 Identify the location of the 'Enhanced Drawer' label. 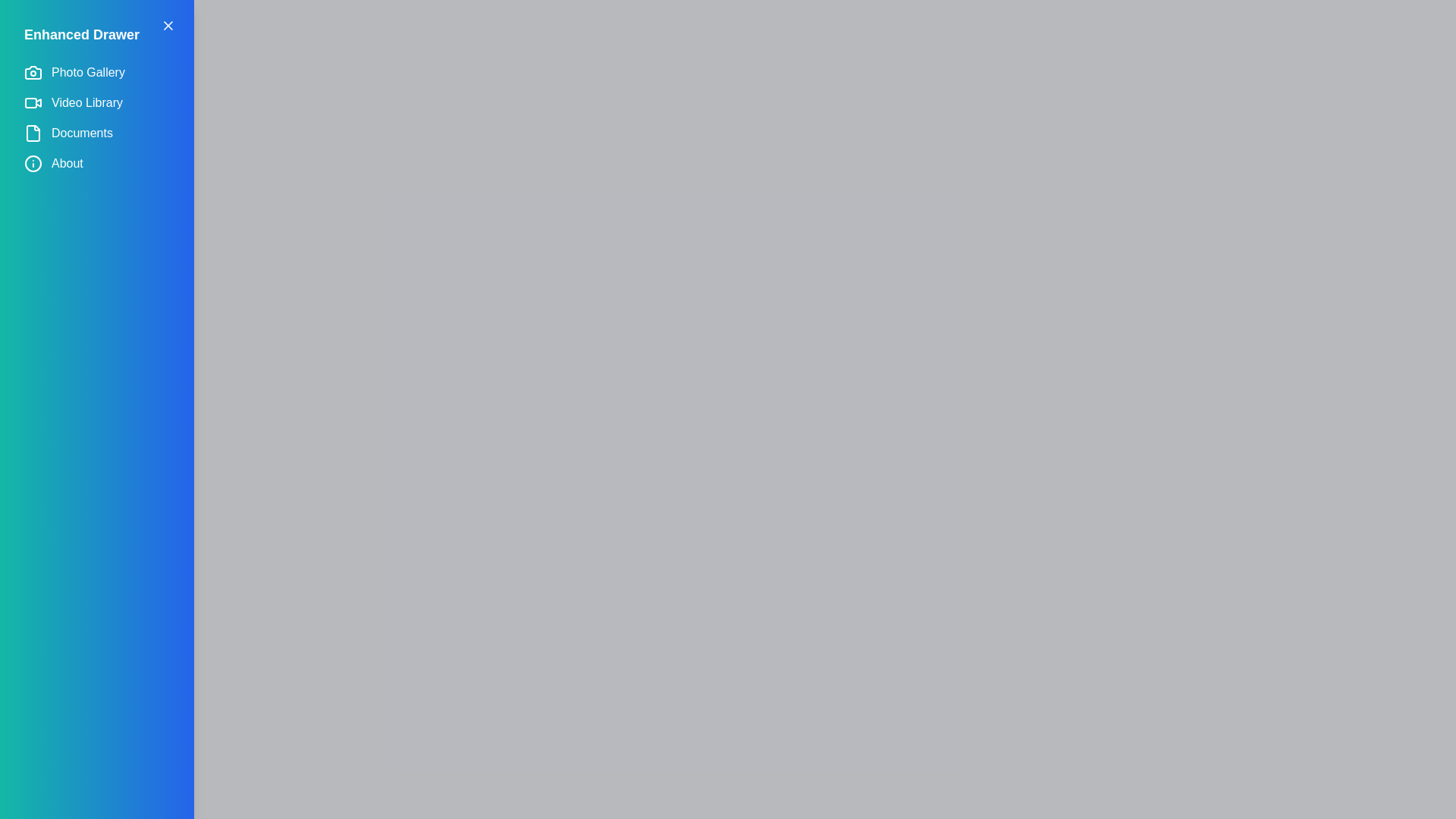
(81, 34).